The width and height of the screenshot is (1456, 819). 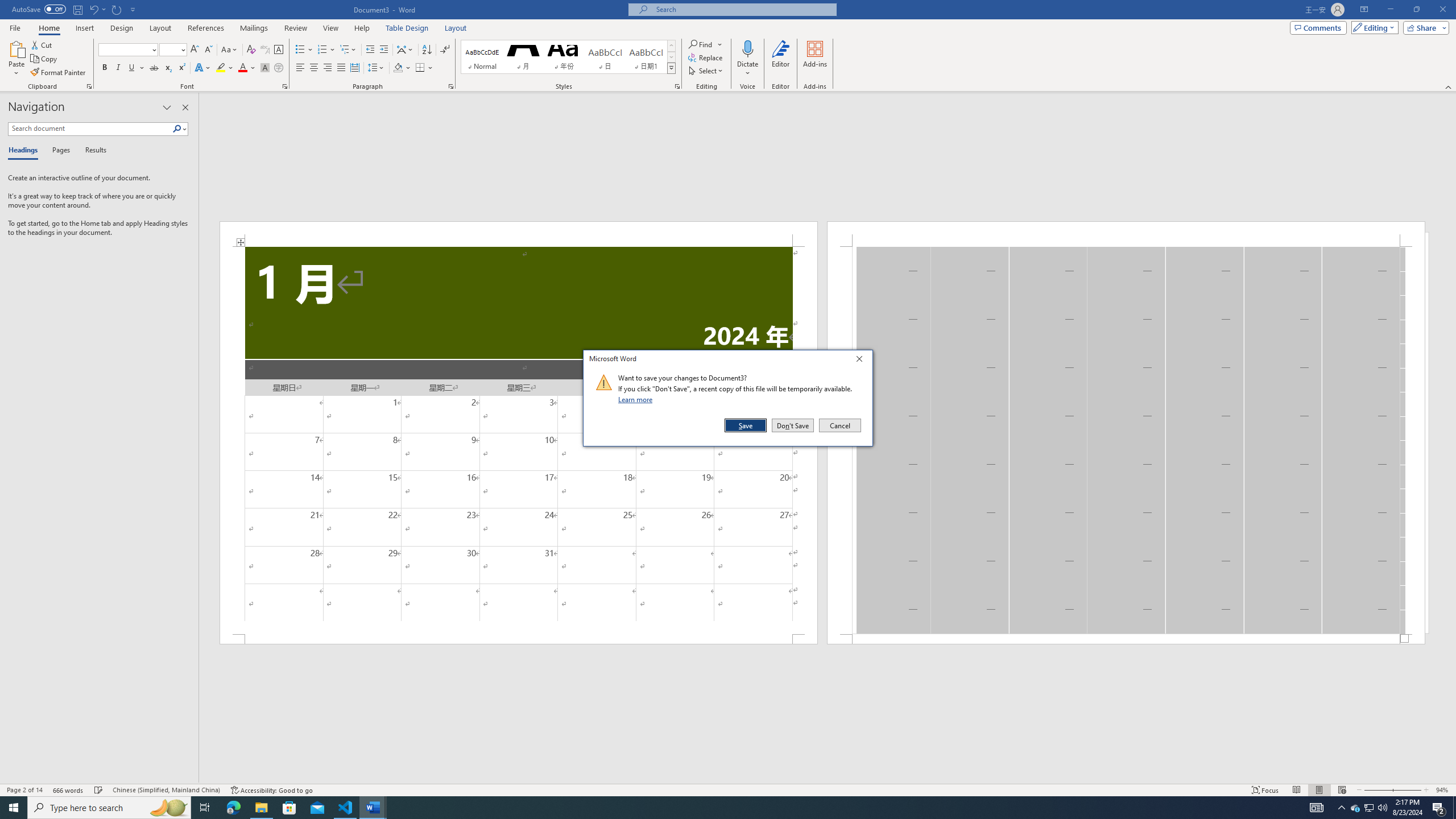 What do you see at coordinates (278, 49) in the screenshot?
I see `'Character Border'` at bounding box center [278, 49].